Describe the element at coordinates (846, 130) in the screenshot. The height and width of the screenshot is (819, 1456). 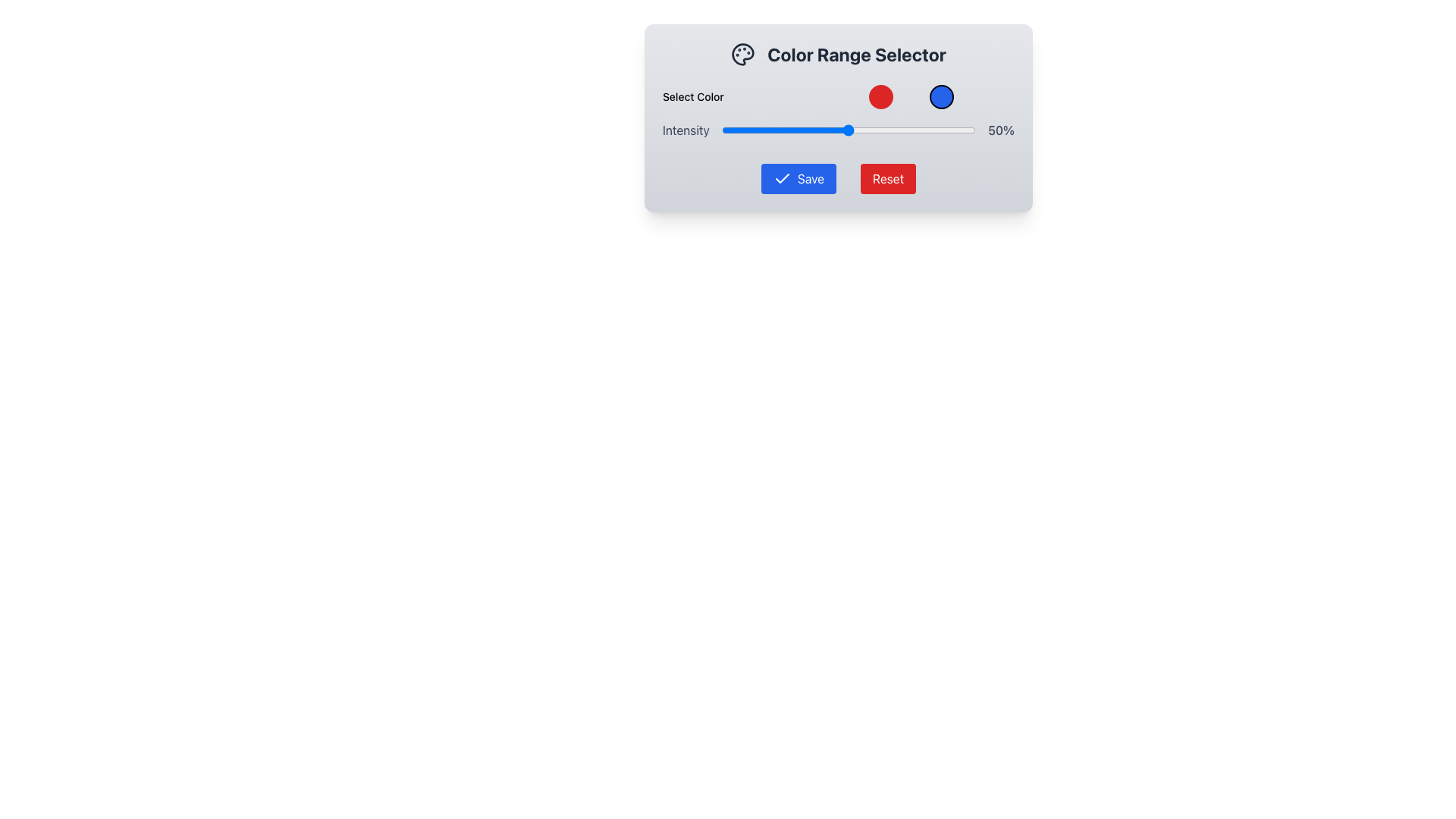
I see `intensity` at that location.